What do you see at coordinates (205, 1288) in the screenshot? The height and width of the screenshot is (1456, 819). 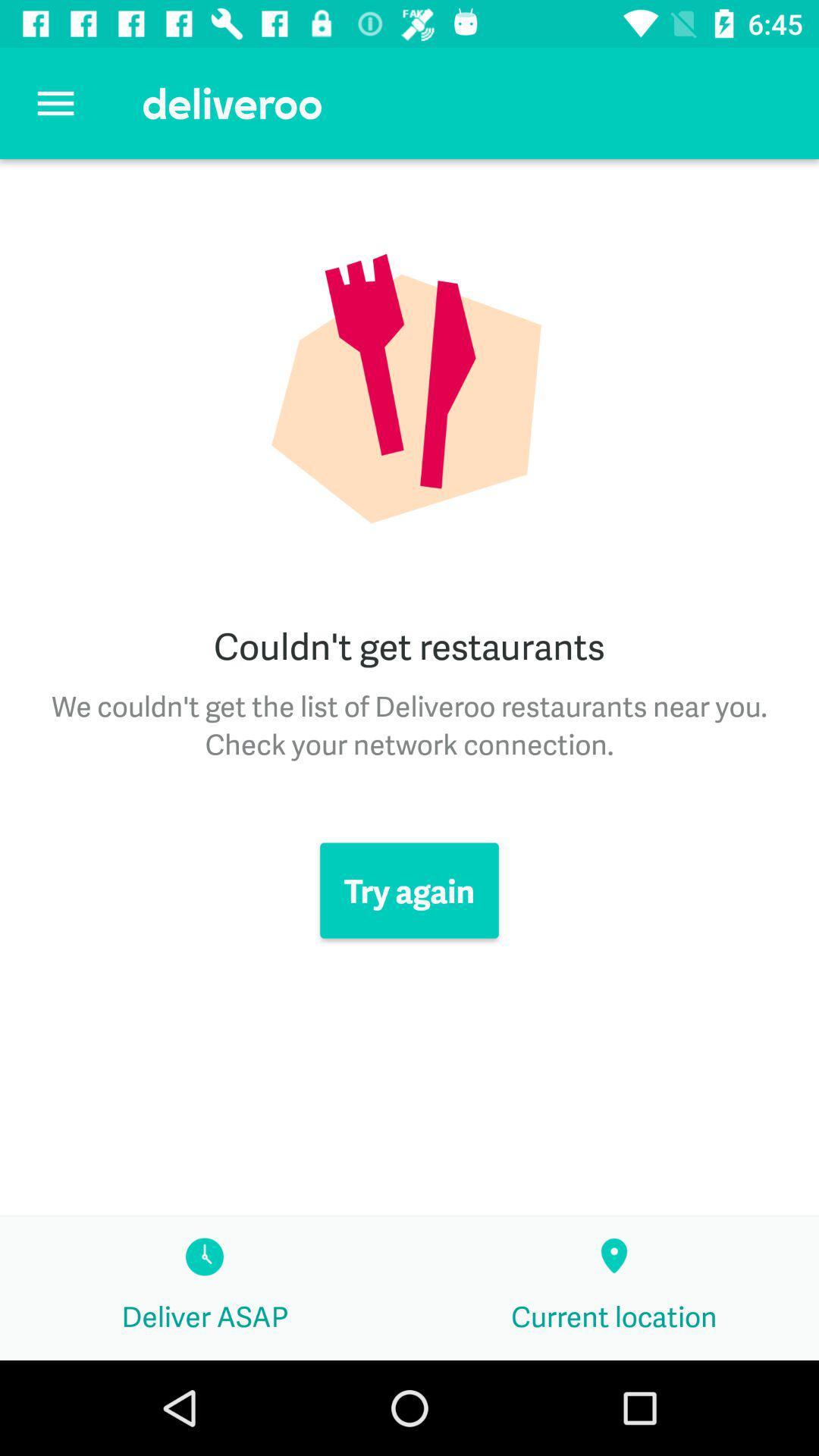 I see `the deliver asap` at bounding box center [205, 1288].